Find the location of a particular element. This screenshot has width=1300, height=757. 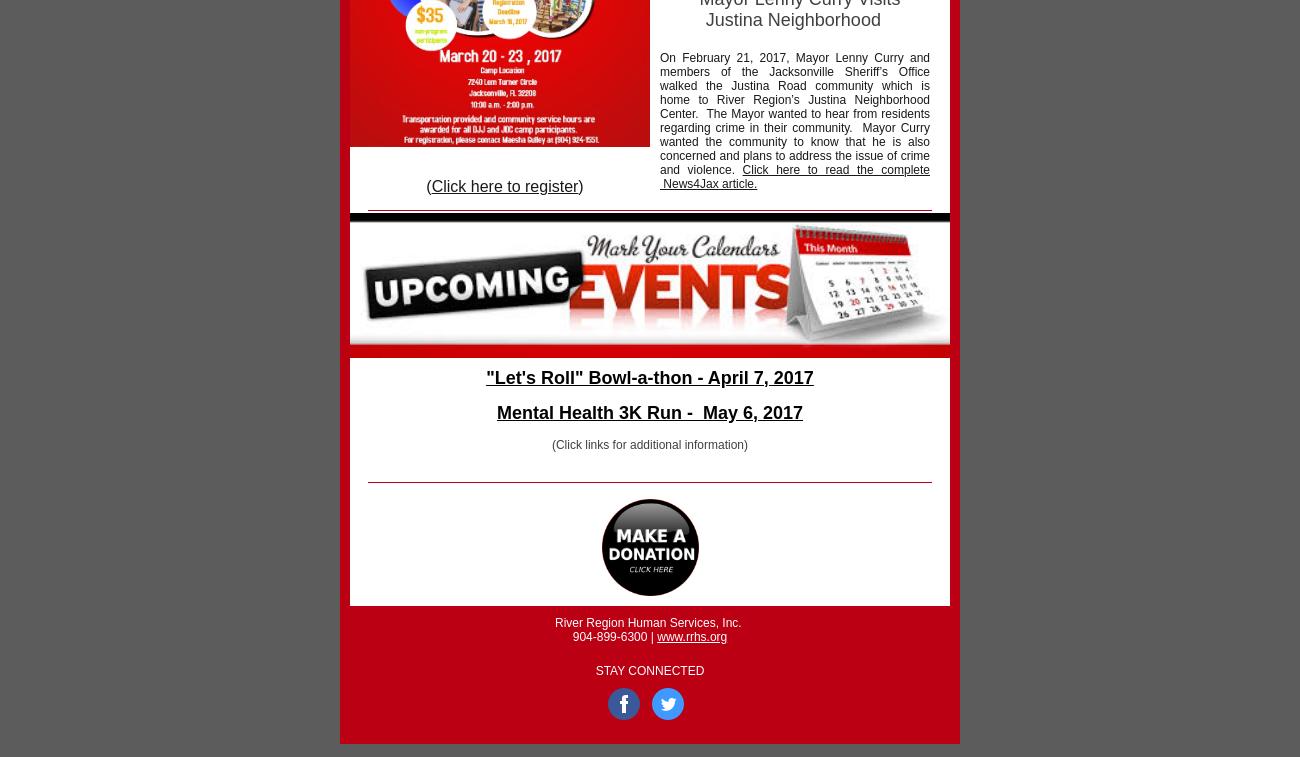

'www.rrhs.org' is located at coordinates (656, 636).